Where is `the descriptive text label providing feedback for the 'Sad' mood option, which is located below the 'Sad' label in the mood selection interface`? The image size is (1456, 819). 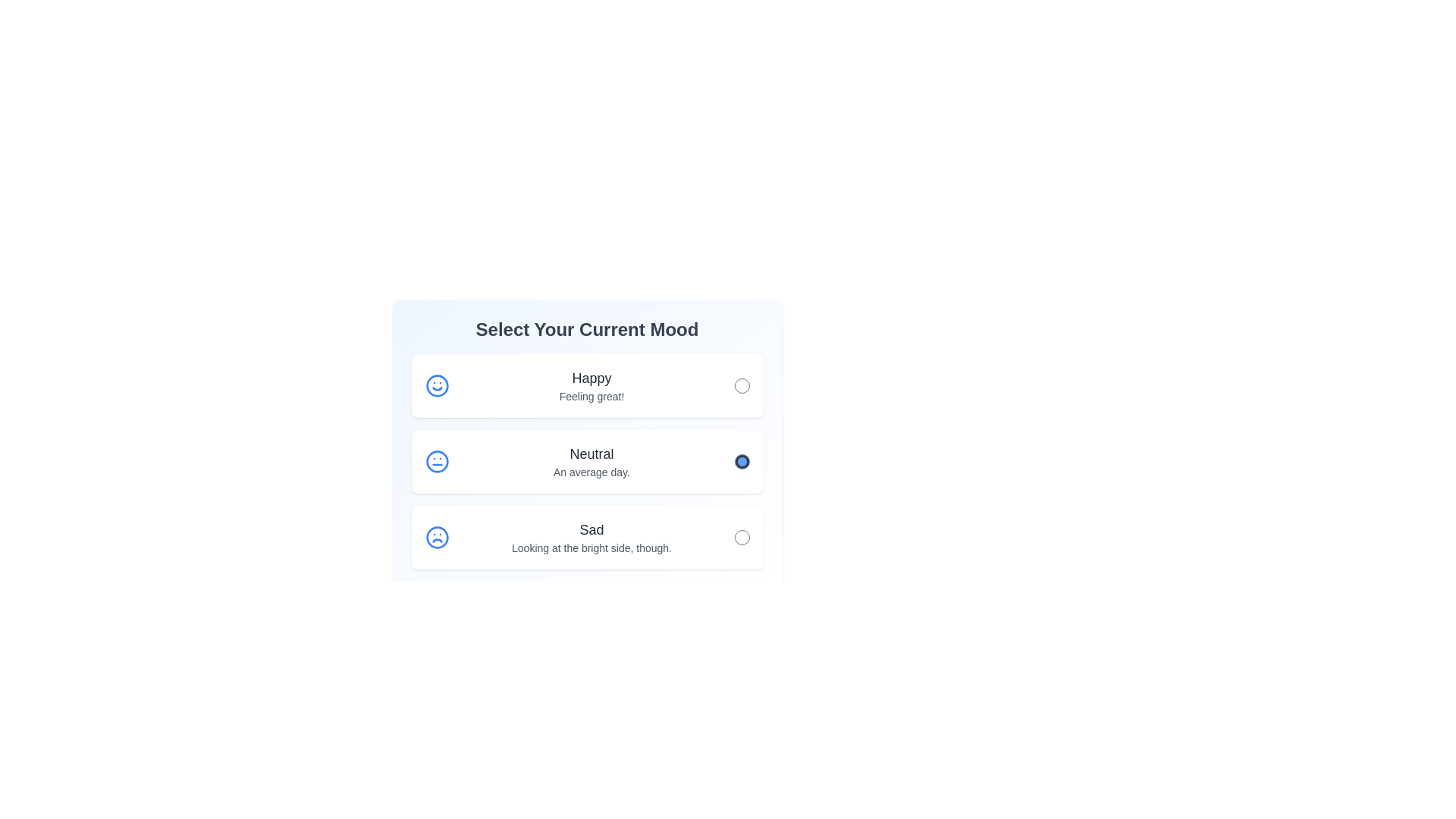 the descriptive text label providing feedback for the 'Sad' mood option, which is located below the 'Sad' label in the mood selection interface is located at coordinates (591, 548).